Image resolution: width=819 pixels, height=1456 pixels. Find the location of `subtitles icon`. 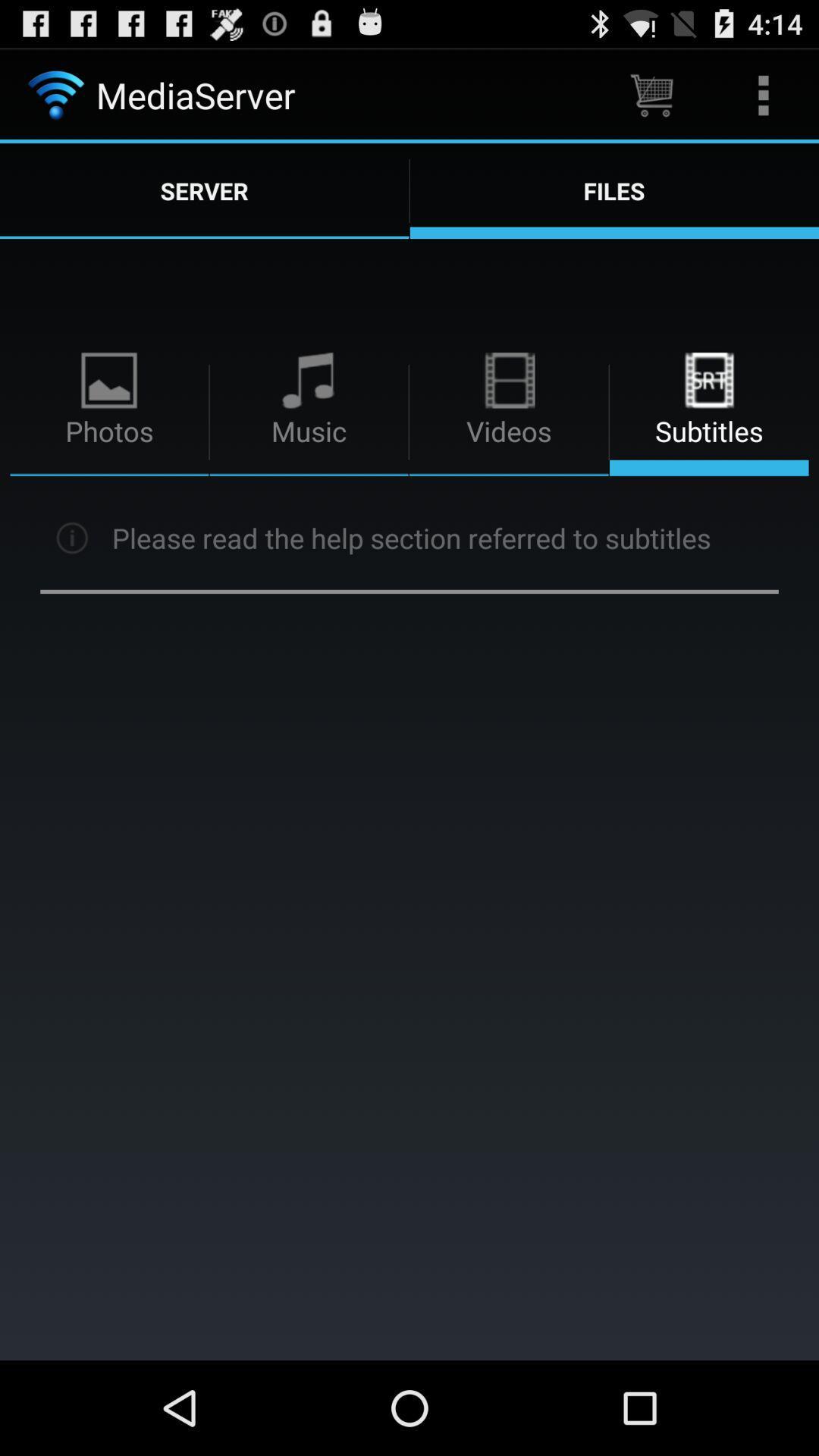

subtitles icon is located at coordinates (708, 381).